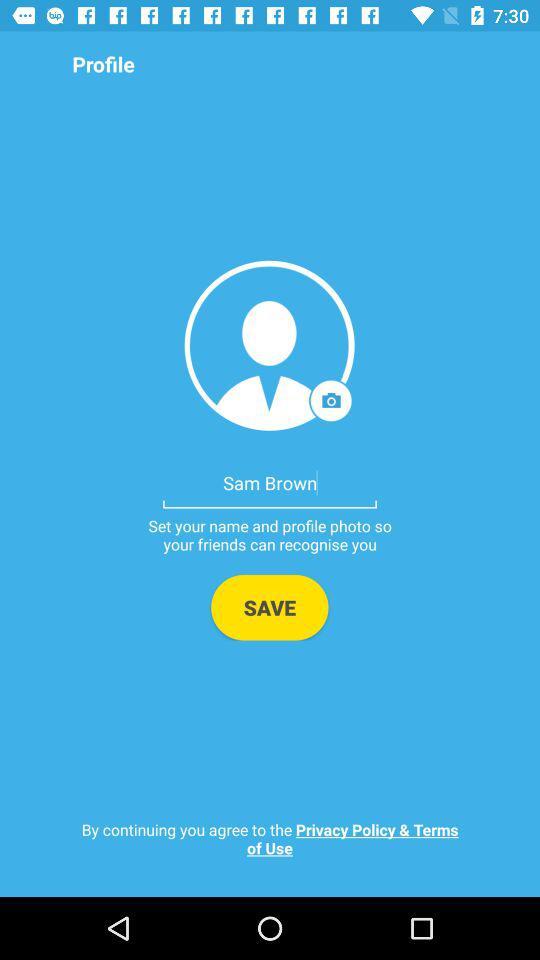  What do you see at coordinates (269, 345) in the screenshot?
I see `button to set a profile photo` at bounding box center [269, 345].